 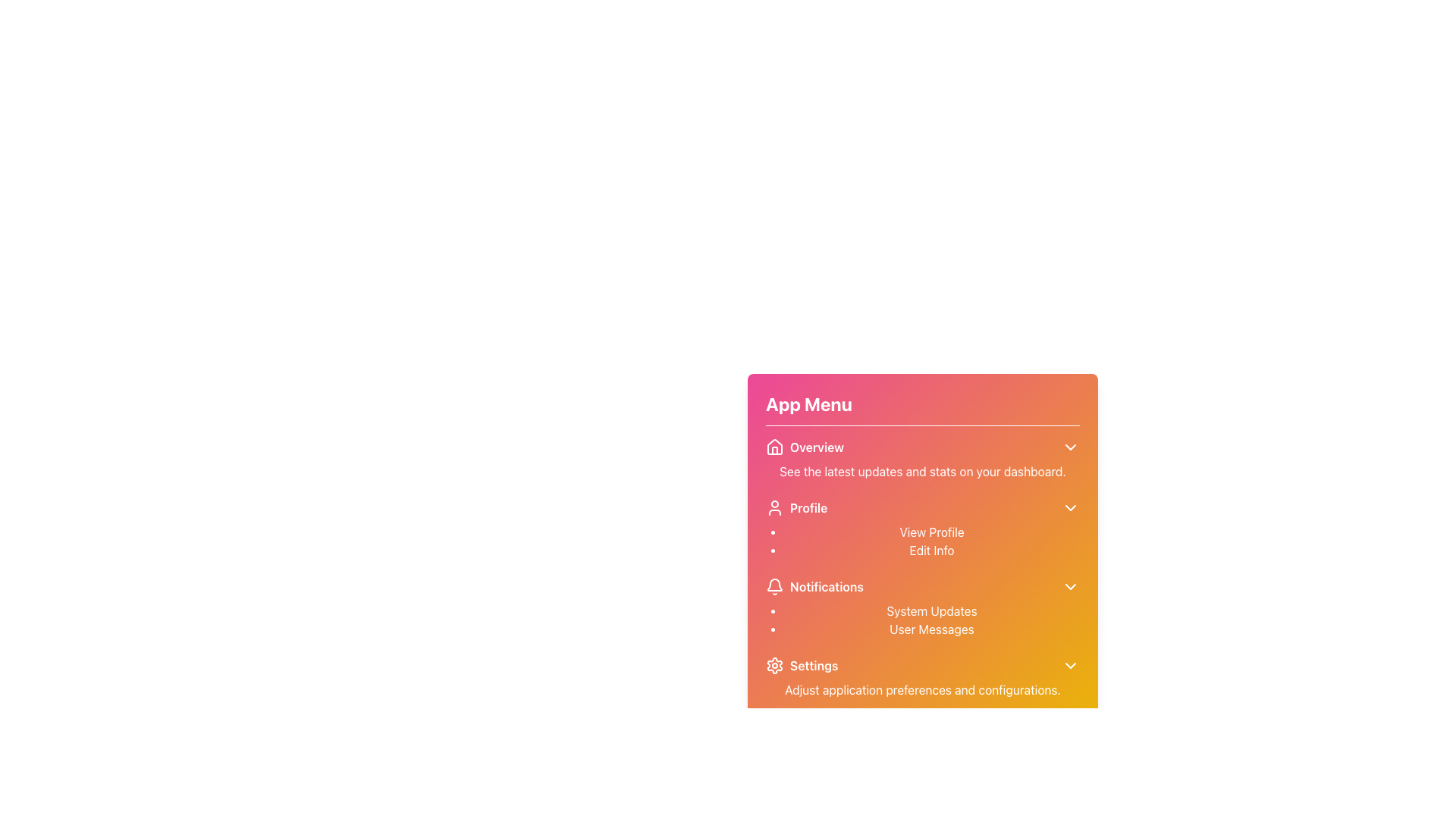 I want to click on the chevron icon button, so click(x=1069, y=665).